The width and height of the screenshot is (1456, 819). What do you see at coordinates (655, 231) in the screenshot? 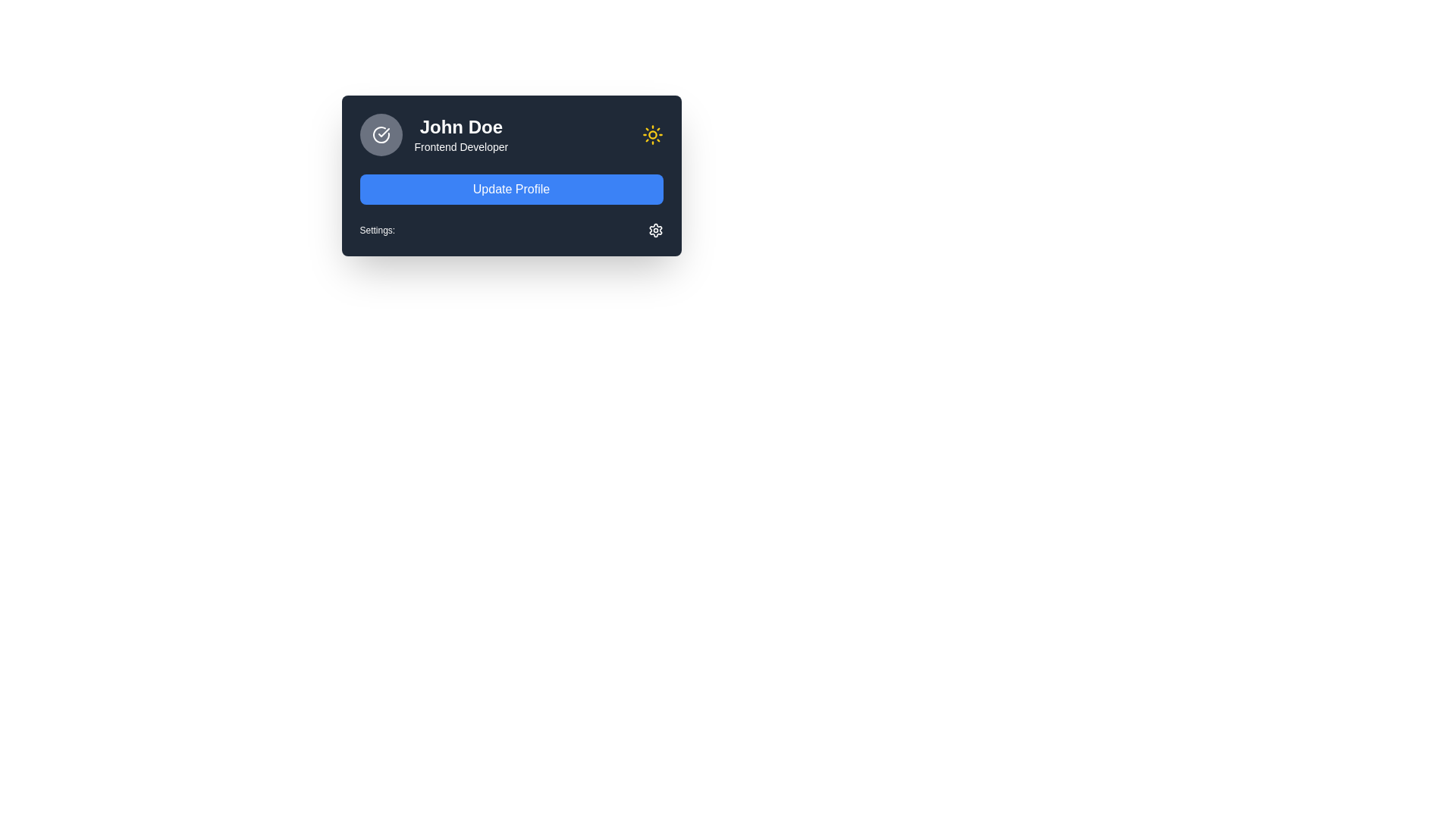
I see `the settings icon located in the top right corner of the user information card` at bounding box center [655, 231].